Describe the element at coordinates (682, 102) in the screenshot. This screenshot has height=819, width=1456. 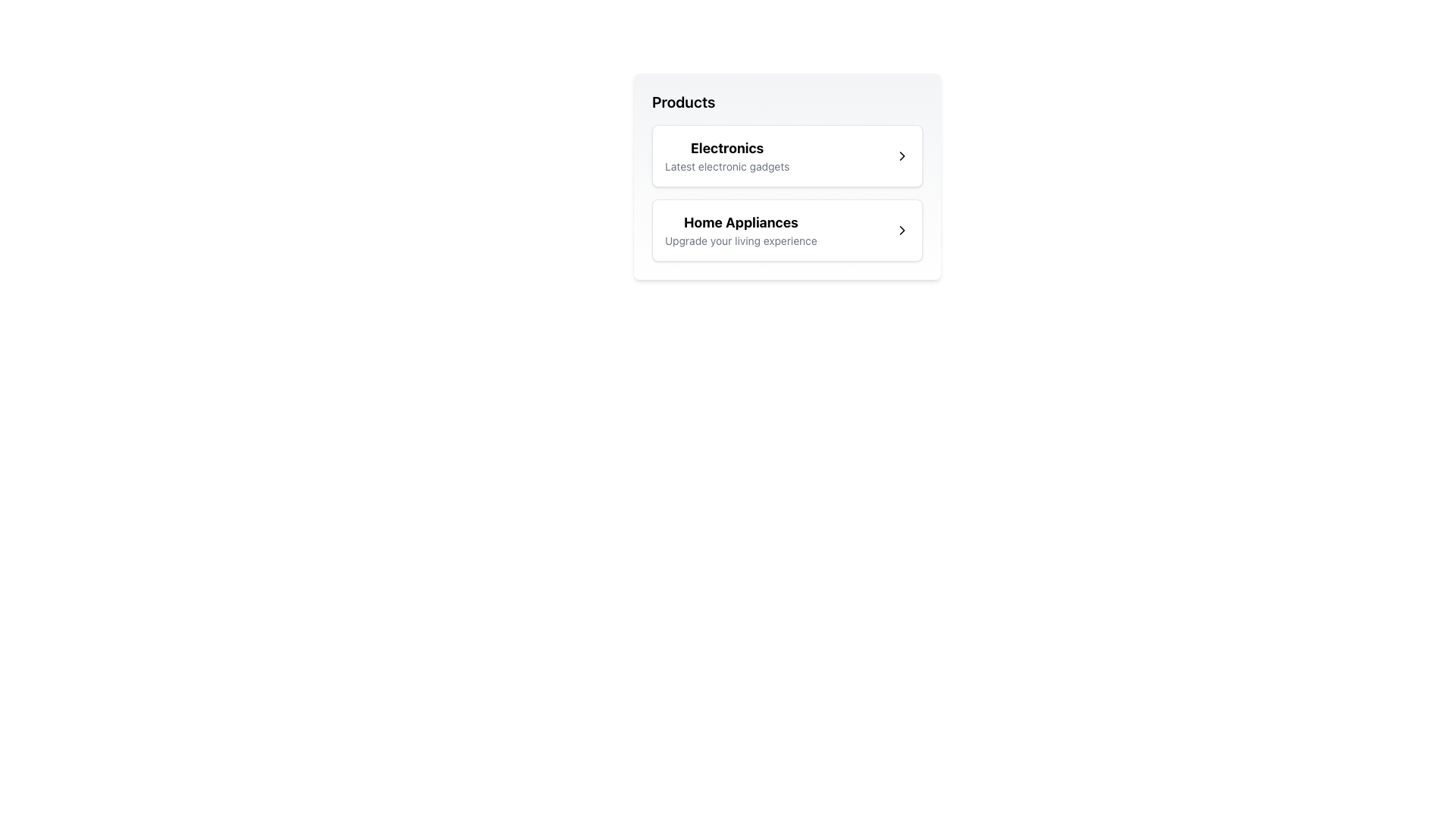
I see `the text element displaying the word 'Products' located at the top of the card section` at that location.